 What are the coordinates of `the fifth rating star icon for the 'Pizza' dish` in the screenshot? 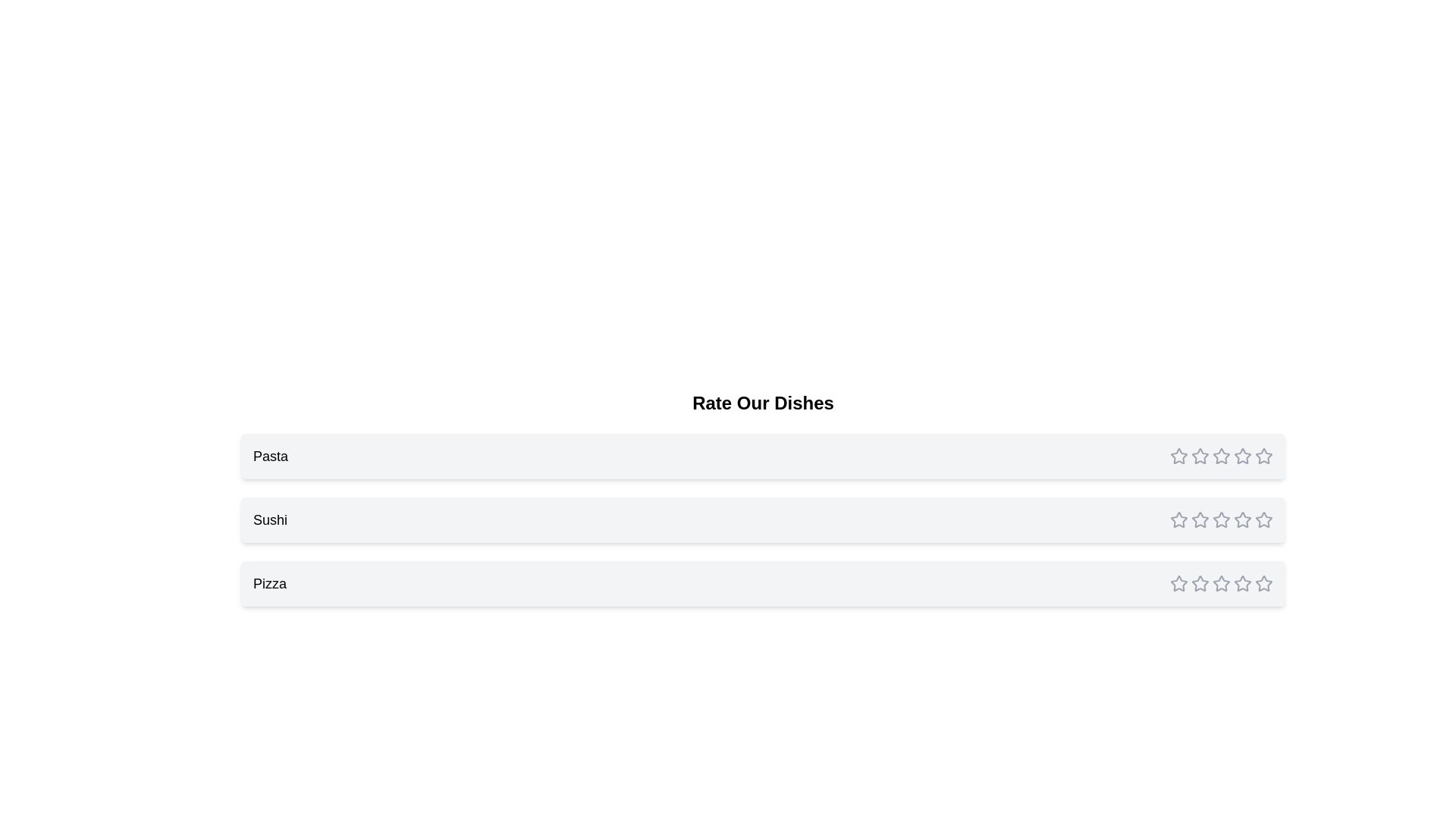 It's located at (1263, 582).